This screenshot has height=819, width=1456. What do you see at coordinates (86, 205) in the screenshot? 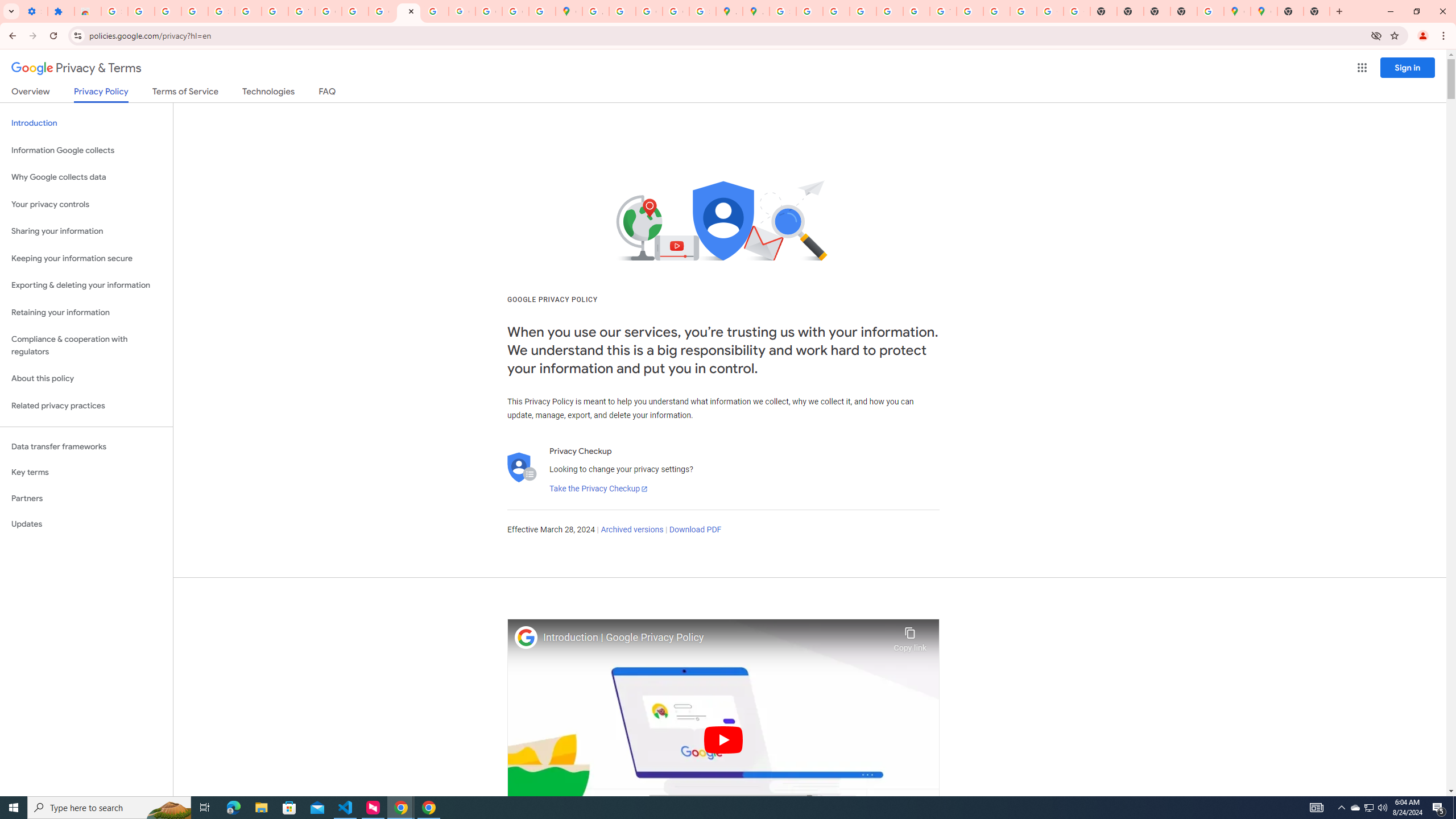
I see `'Your privacy controls'` at bounding box center [86, 205].